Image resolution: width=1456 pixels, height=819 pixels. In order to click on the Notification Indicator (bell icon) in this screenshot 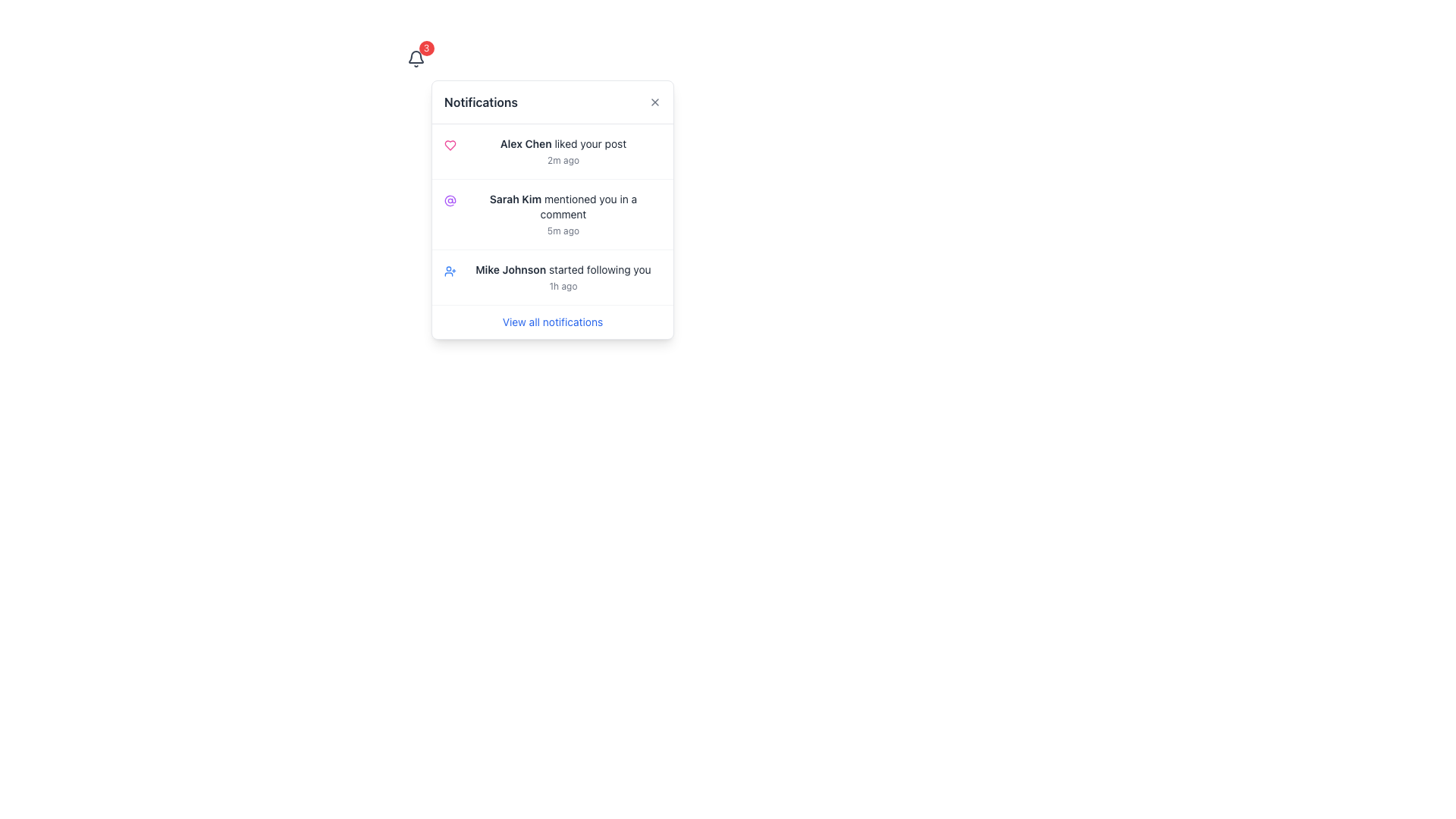, I will do `click(416, 58)`.